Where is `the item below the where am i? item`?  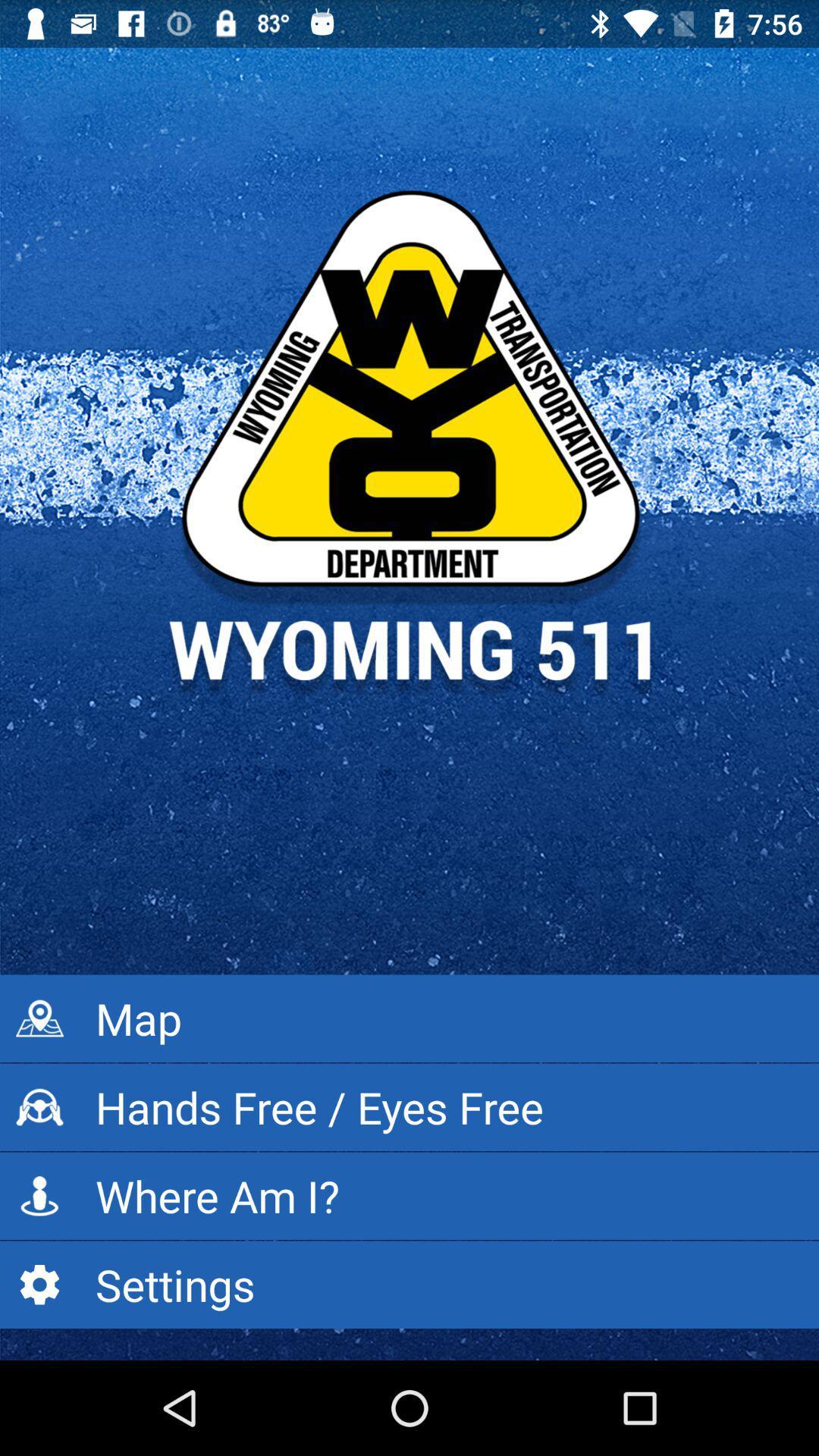
the item below the where am i? item is located at coordinates (409, 1284).